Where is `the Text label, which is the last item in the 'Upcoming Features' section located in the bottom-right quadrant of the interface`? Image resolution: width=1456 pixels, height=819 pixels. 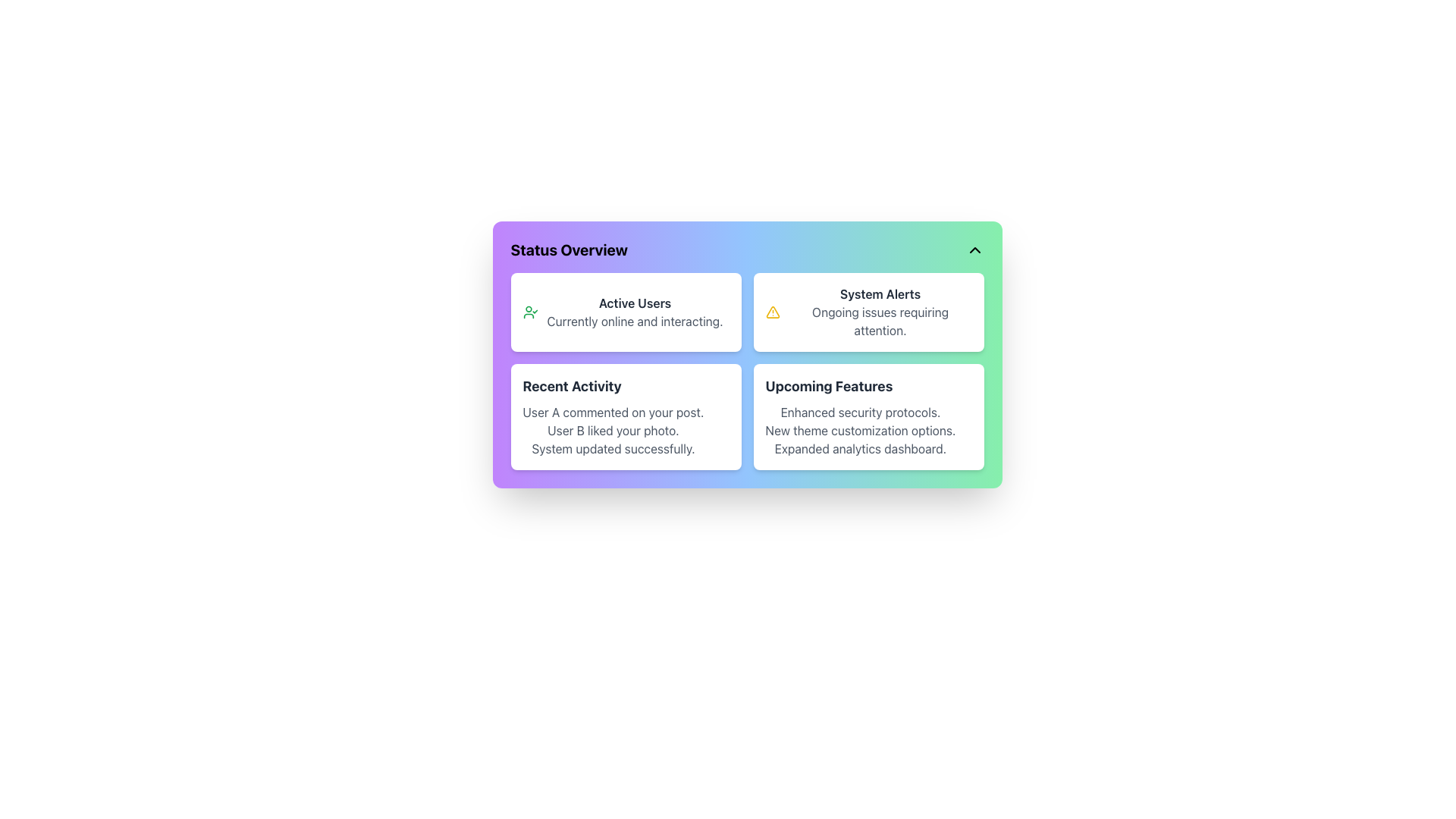
the Text label, which is the last item in the 'Upcoming Features' section located in the bottom-right quadrant of the interface is located at coordinates (860, 447).